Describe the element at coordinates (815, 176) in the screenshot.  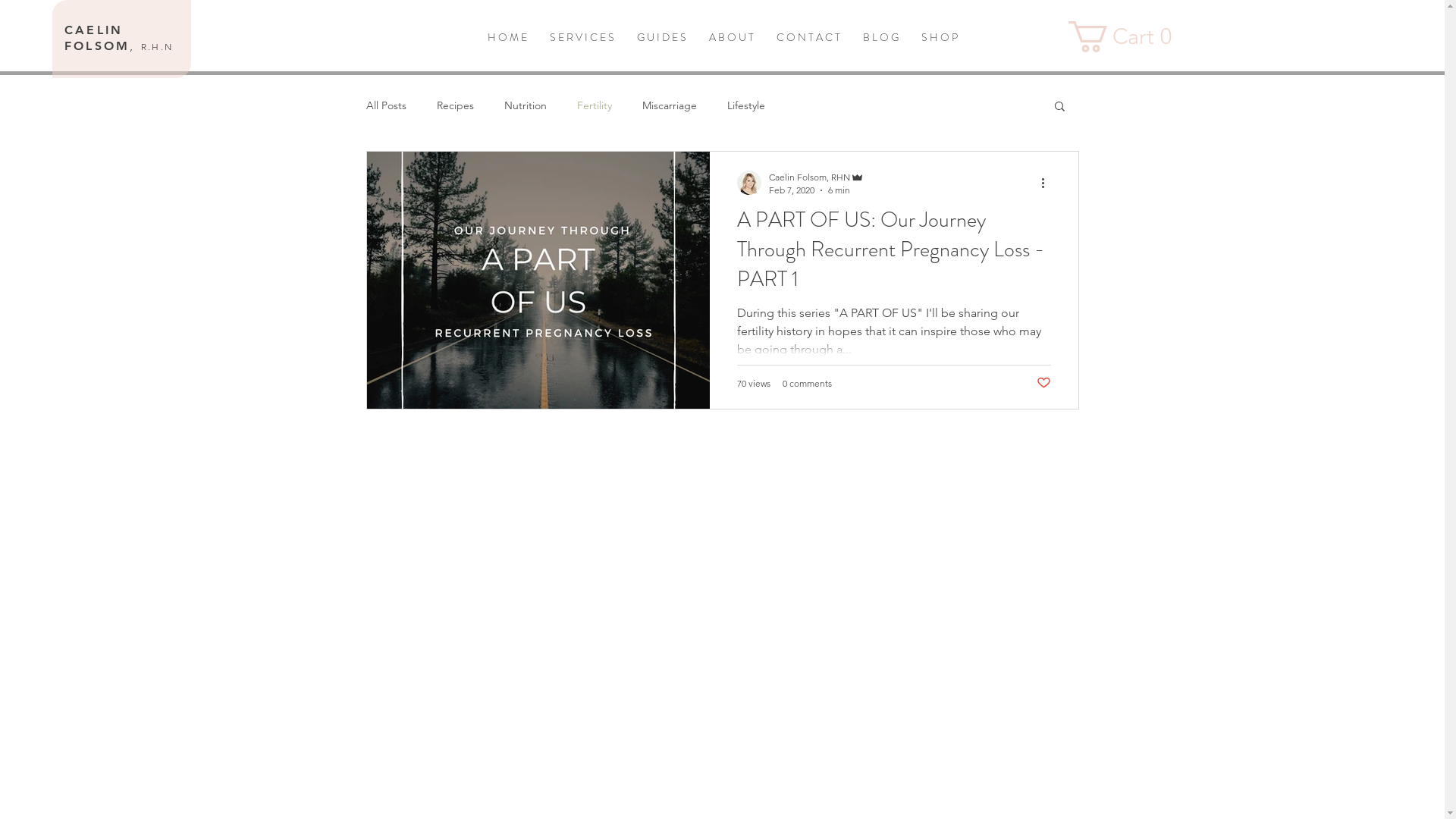
I see `'Caelin Folsom, RHN'` at that location.